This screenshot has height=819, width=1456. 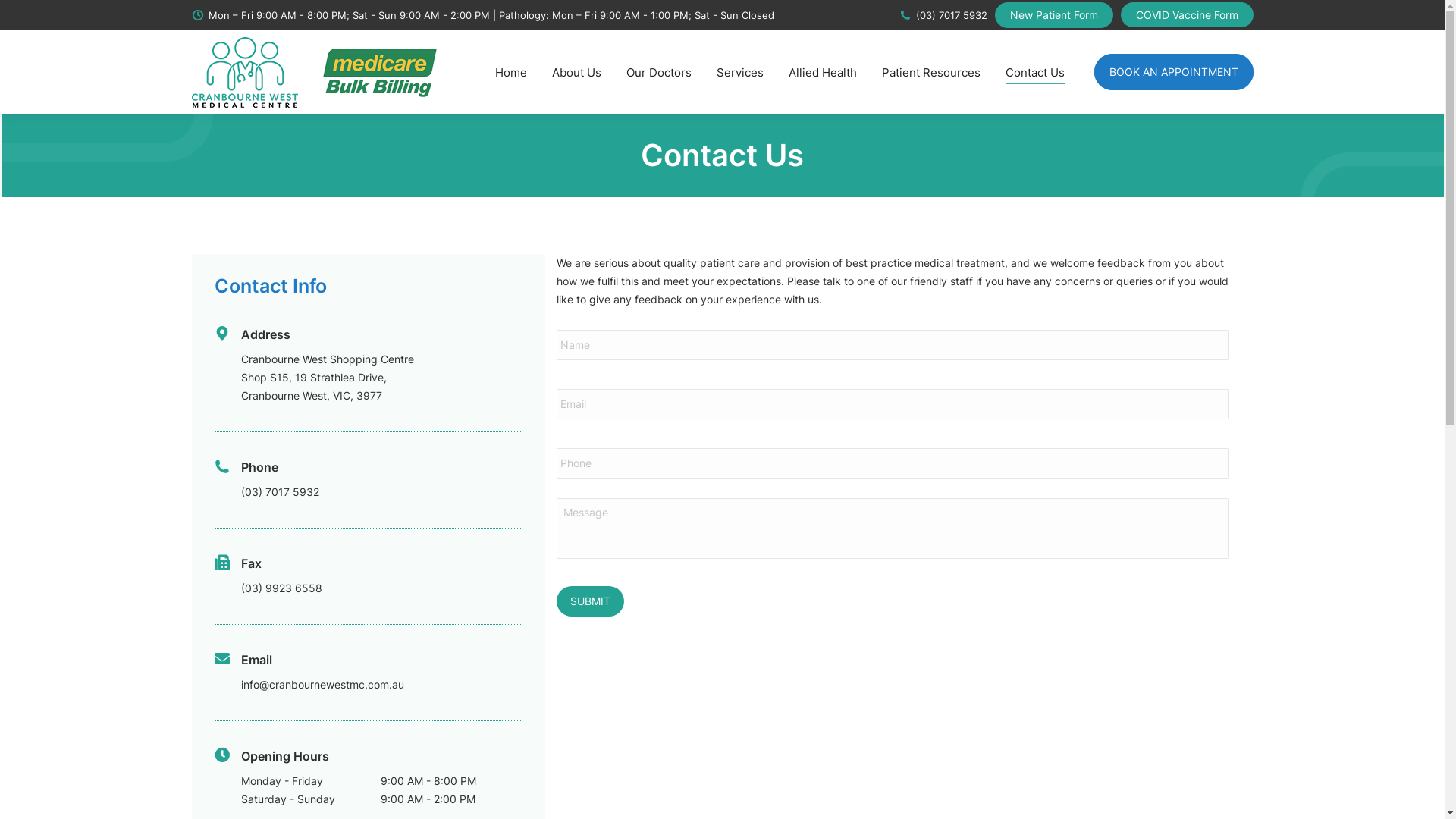 I want to click on 'Phone', so click(x=259, y=466).